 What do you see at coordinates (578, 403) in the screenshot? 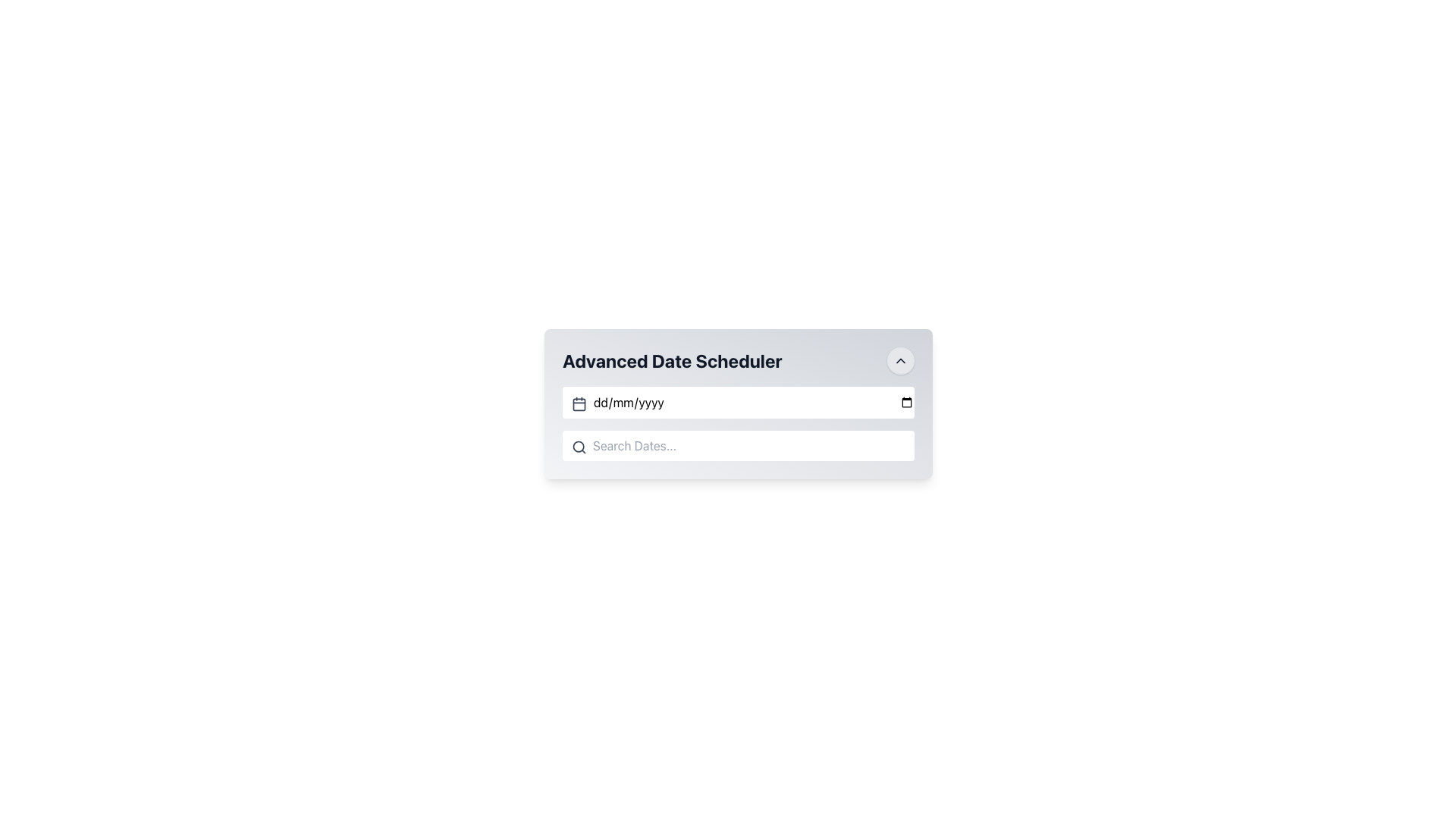
I see `the date picker icon located at the left margin of the input field` at bounding box center [578, 403].